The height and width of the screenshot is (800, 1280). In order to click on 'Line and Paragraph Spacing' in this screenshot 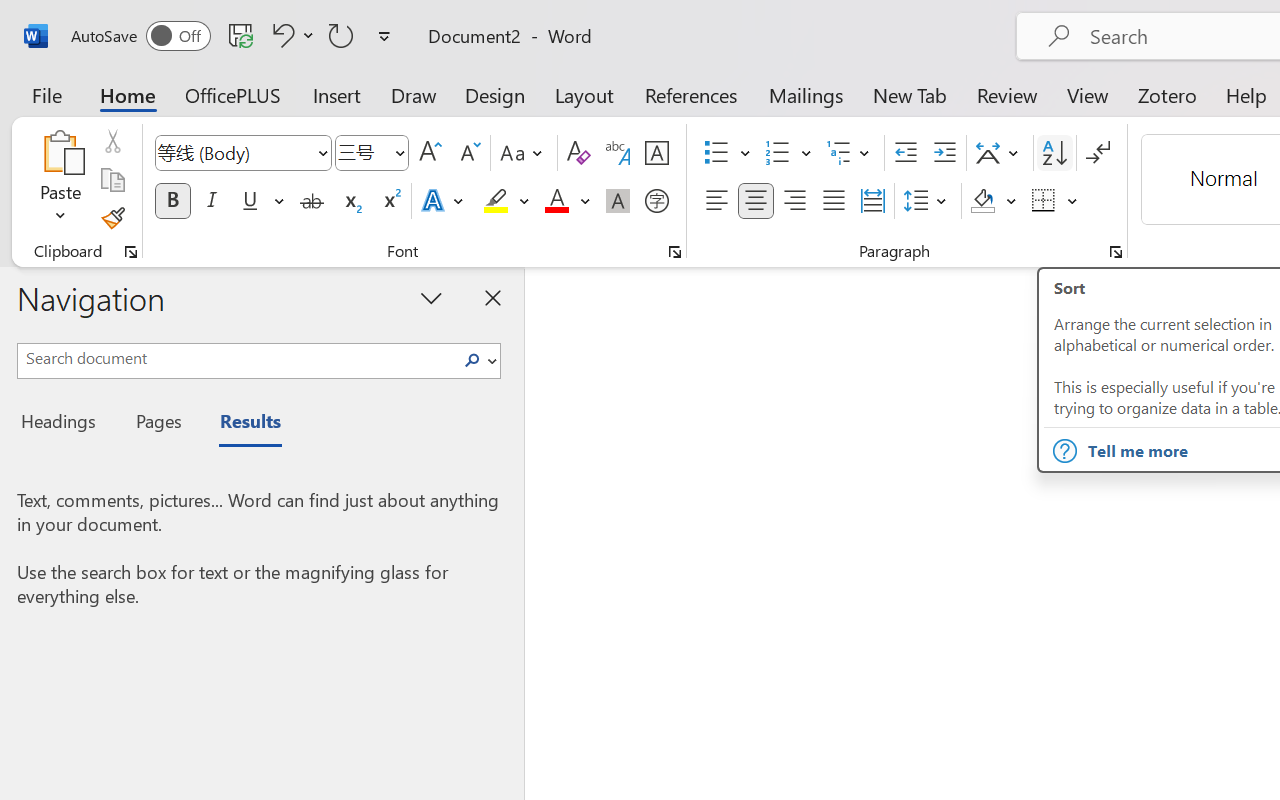, I will do `click(927, 201)`.